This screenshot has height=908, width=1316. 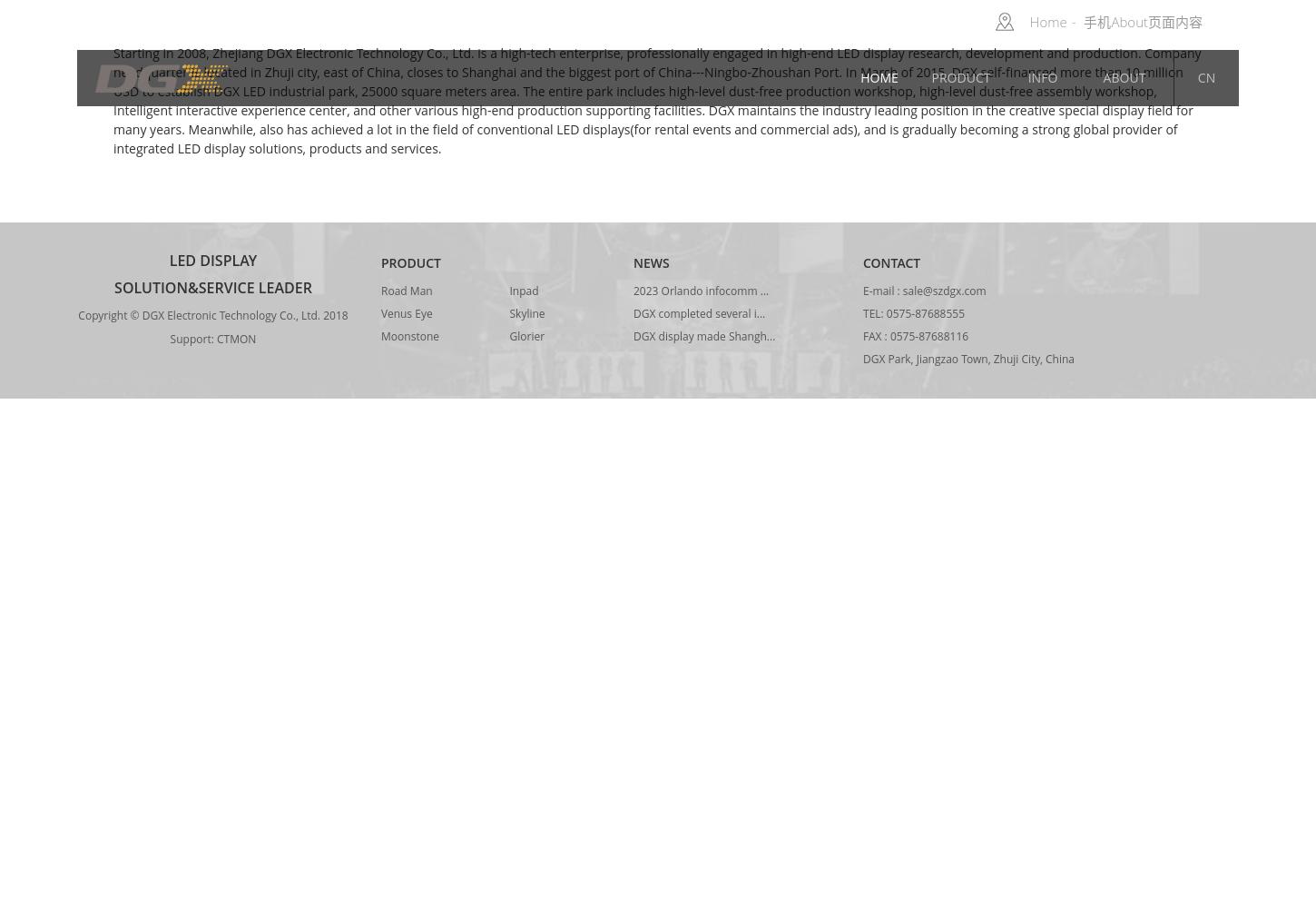 I want to click on 'Glorier', so click(x=509, y=335).